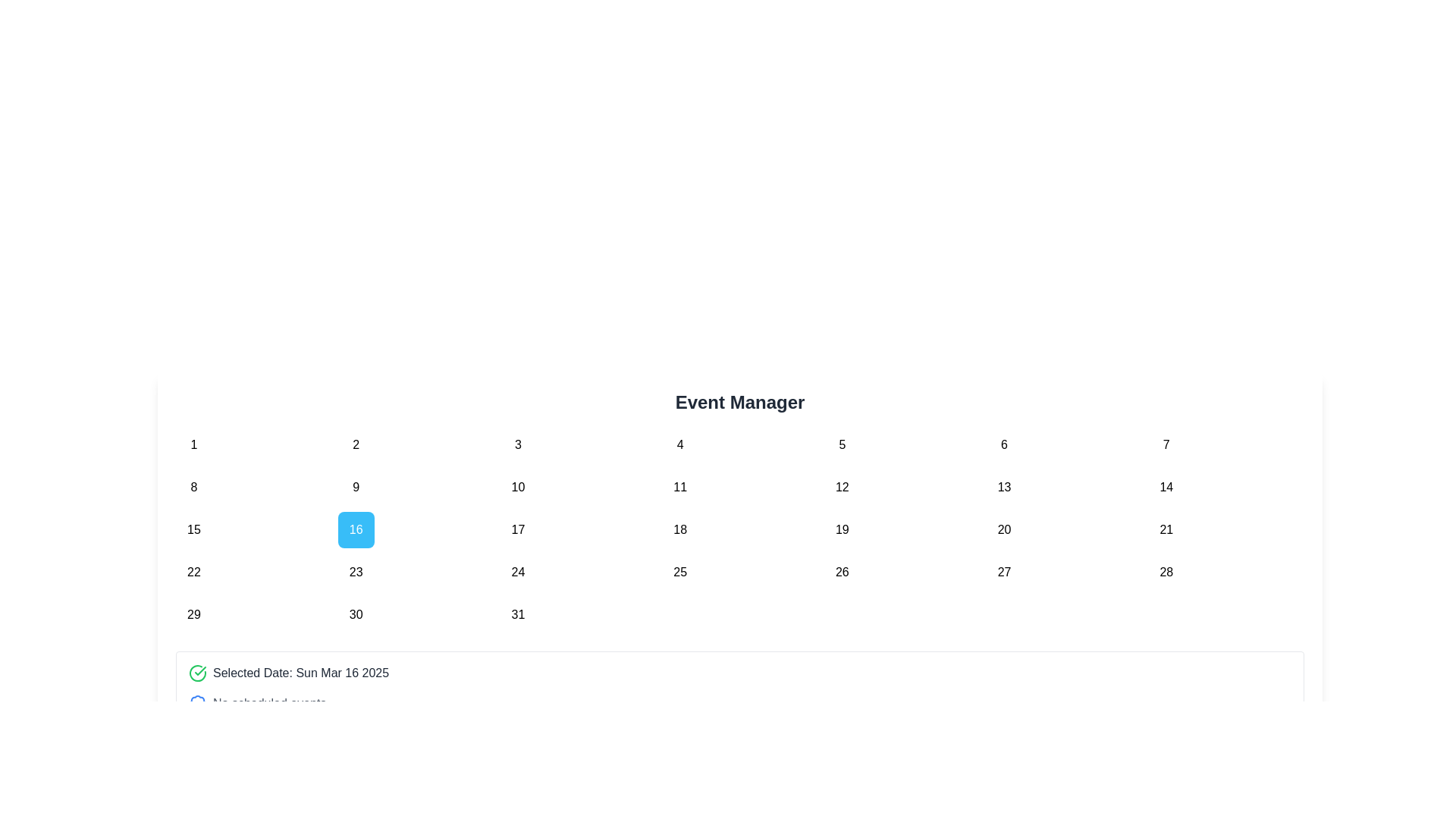 The width and height of the screenshot is (1456, 819). Describe the element at coordinates (1004, 573) in the screenshot. I see `the circular button displaying the number '27'` at that location.